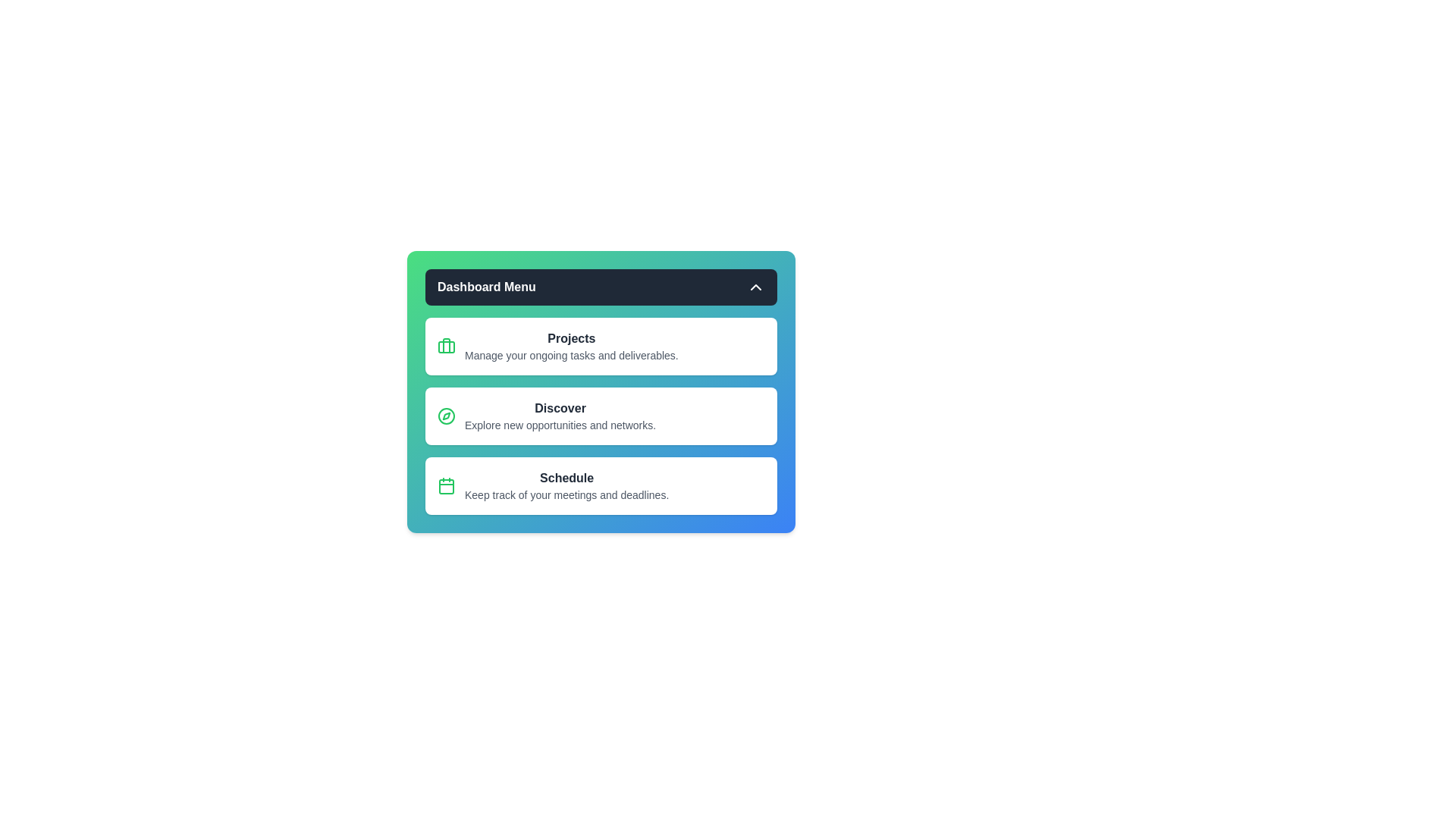  I want to click on the 'Dashboard Menu' button to toggle the menu visibility, so click(600, 287).